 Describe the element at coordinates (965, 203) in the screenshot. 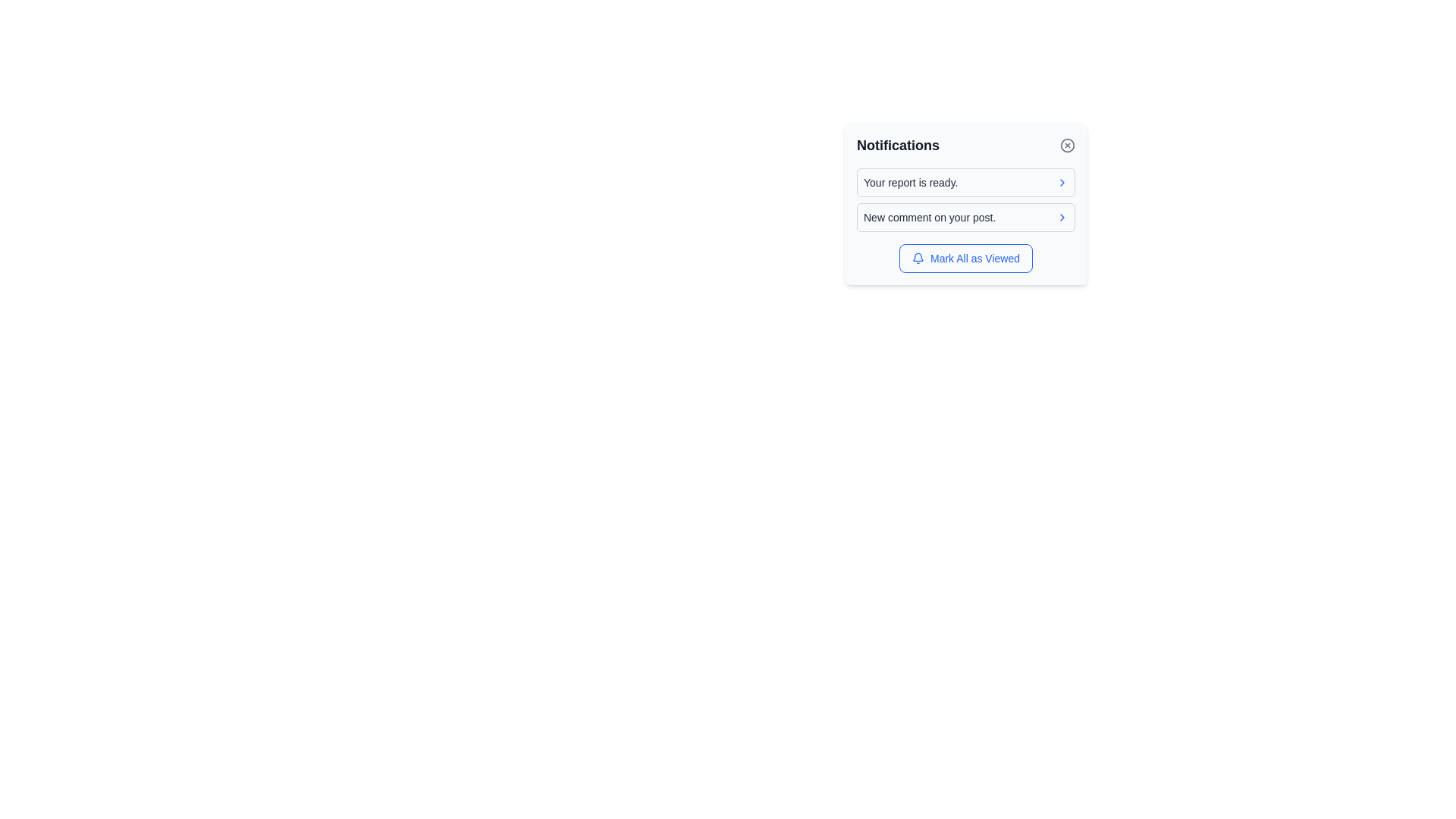

I see `the chevron icon located on the Information Panel, which is the distinct notification box in the top right section of the interface` at that location.